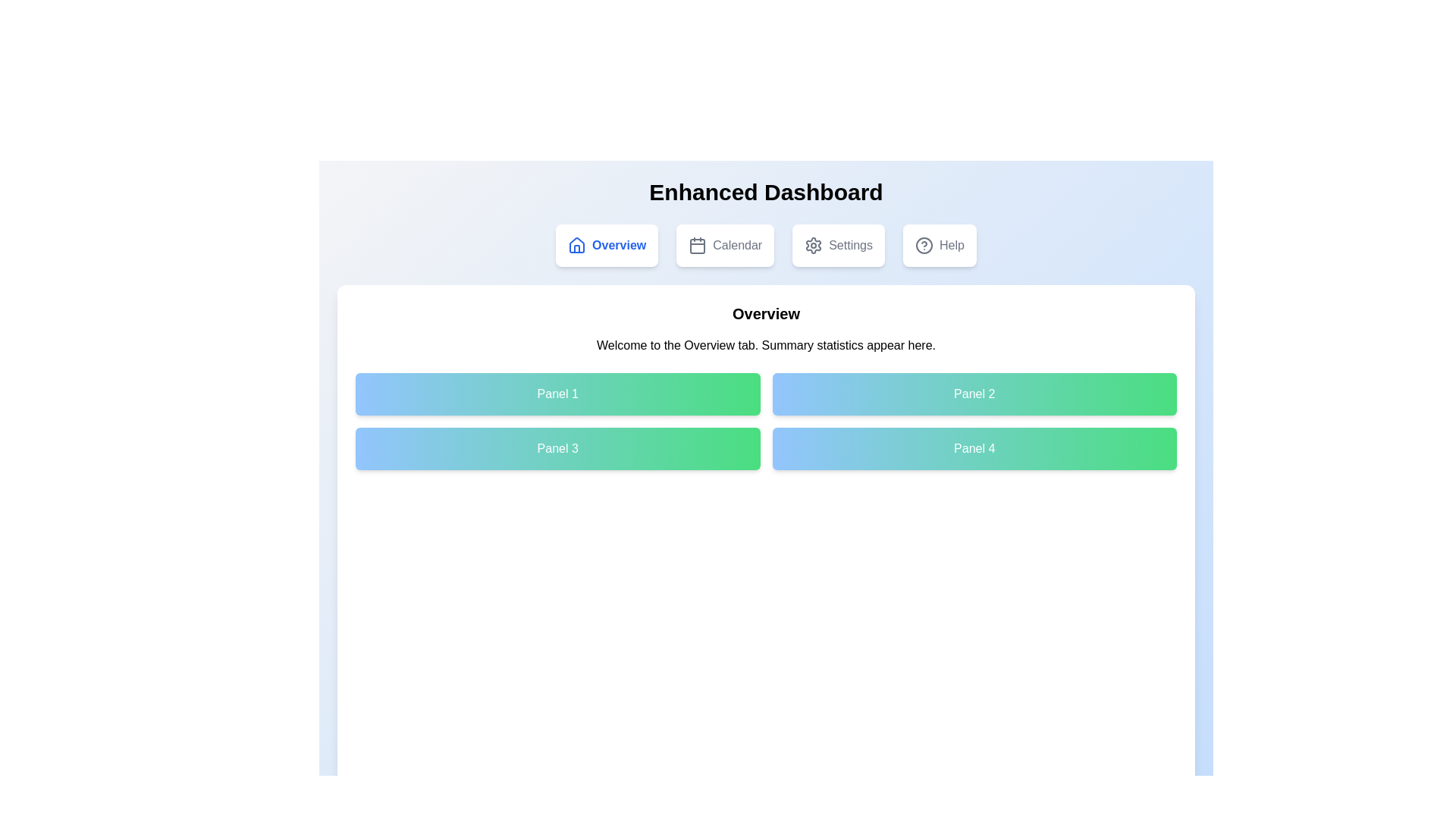 The width and height of the screenshot is (1456, 819). What do you see at coordinates (837, 245) in the screenshot?
I see `the Settings tab to explore its content` at bounding box center [837, 245].